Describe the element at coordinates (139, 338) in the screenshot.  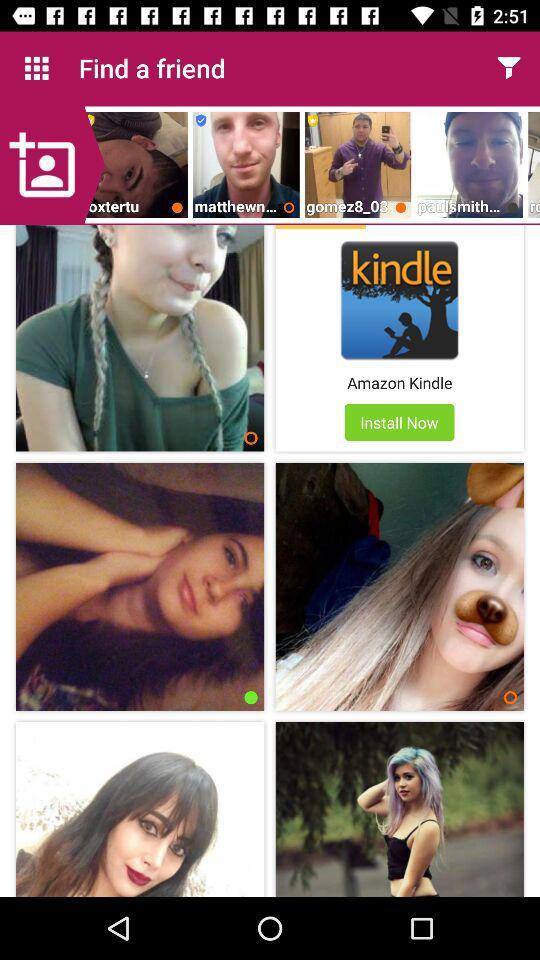
I see `the image before kindle` at that location.